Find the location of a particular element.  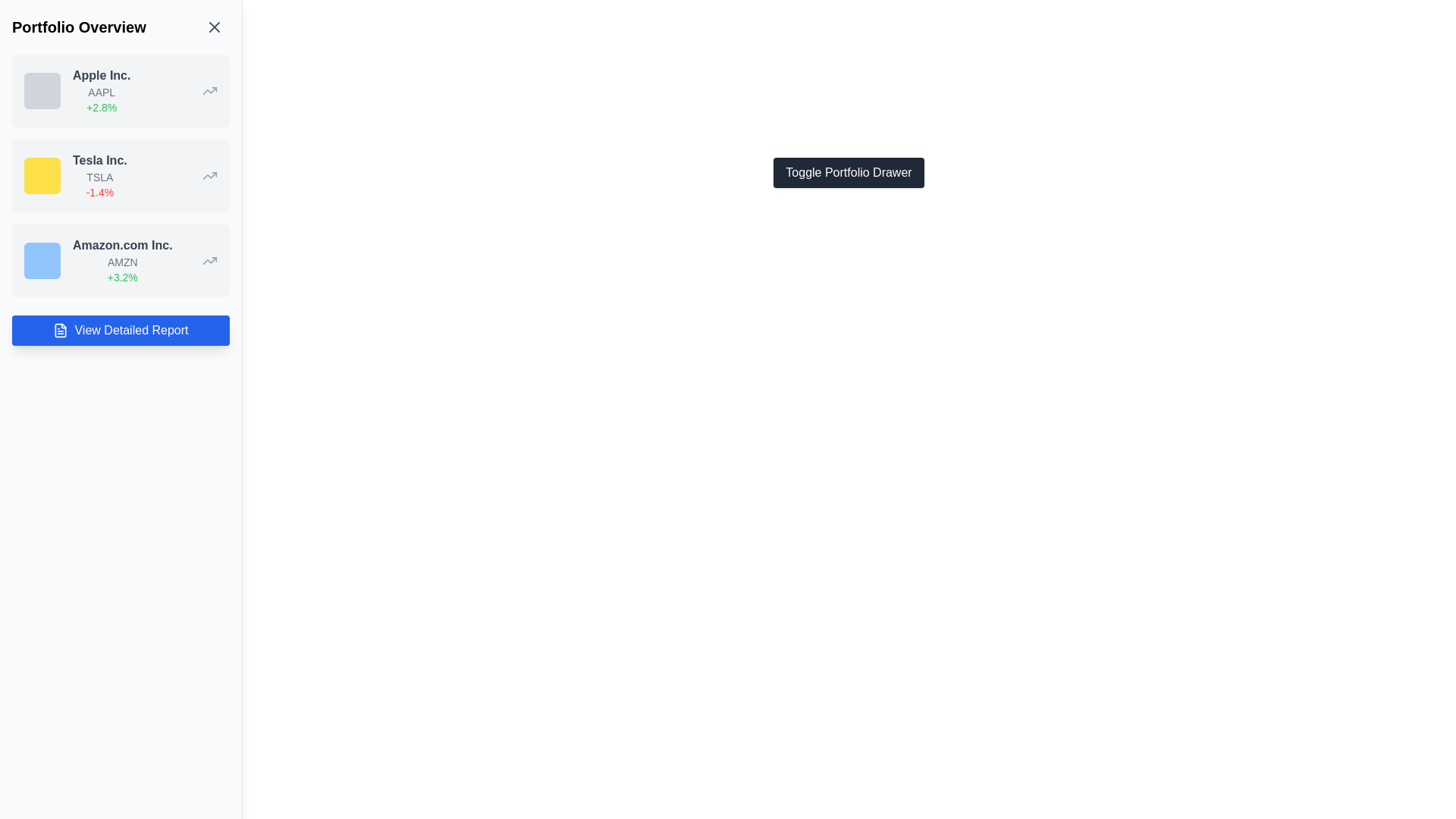

the first defined shape of the SVG graphic representing a stylized upward arrow or line chart, rendered in gray, which is part of the Tesla Inc. illustration is located at coordinates (209, 90).